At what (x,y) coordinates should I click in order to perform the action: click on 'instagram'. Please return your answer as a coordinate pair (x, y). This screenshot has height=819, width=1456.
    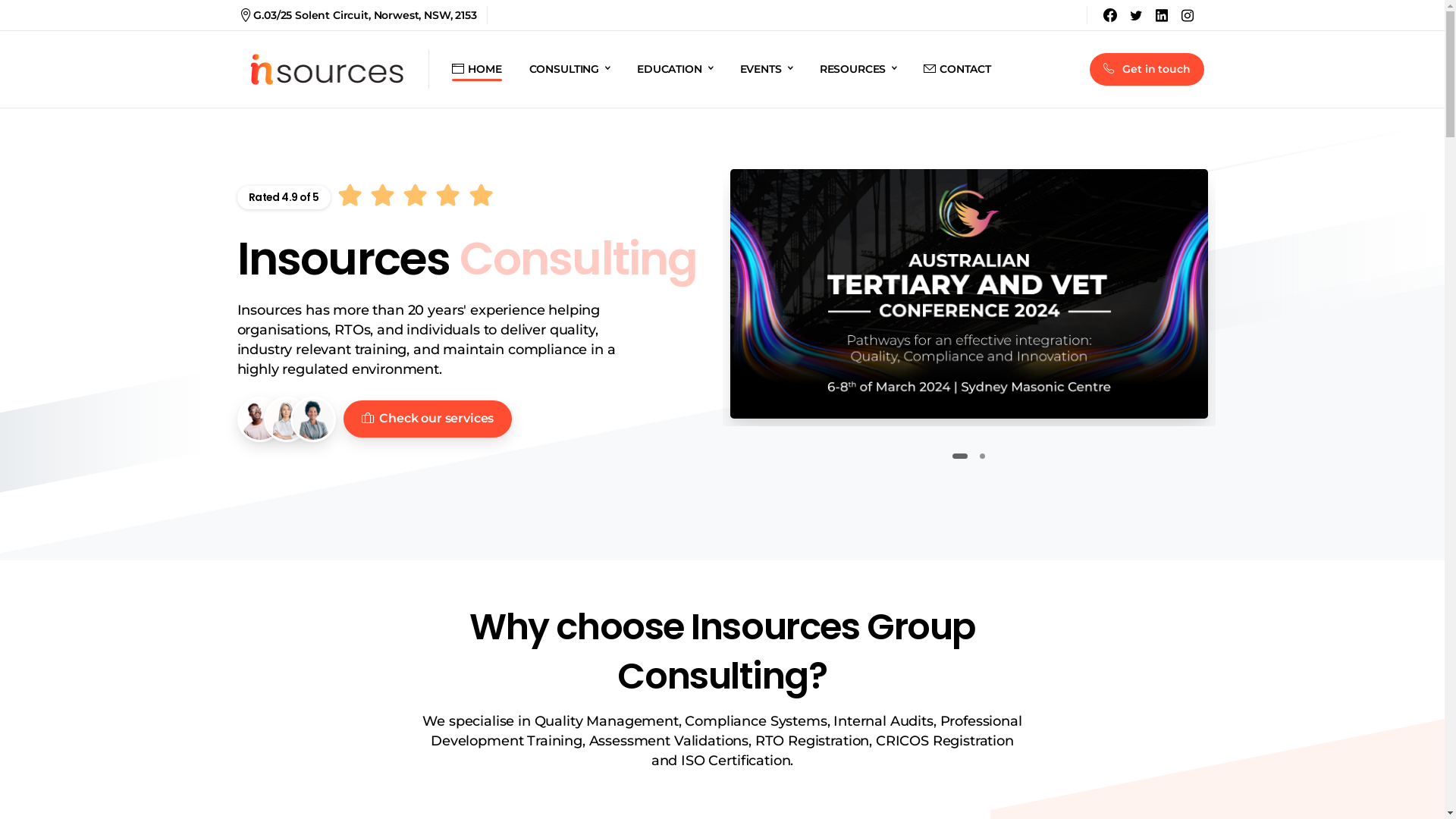
    Looking at the image, I should click on (1186, 14).